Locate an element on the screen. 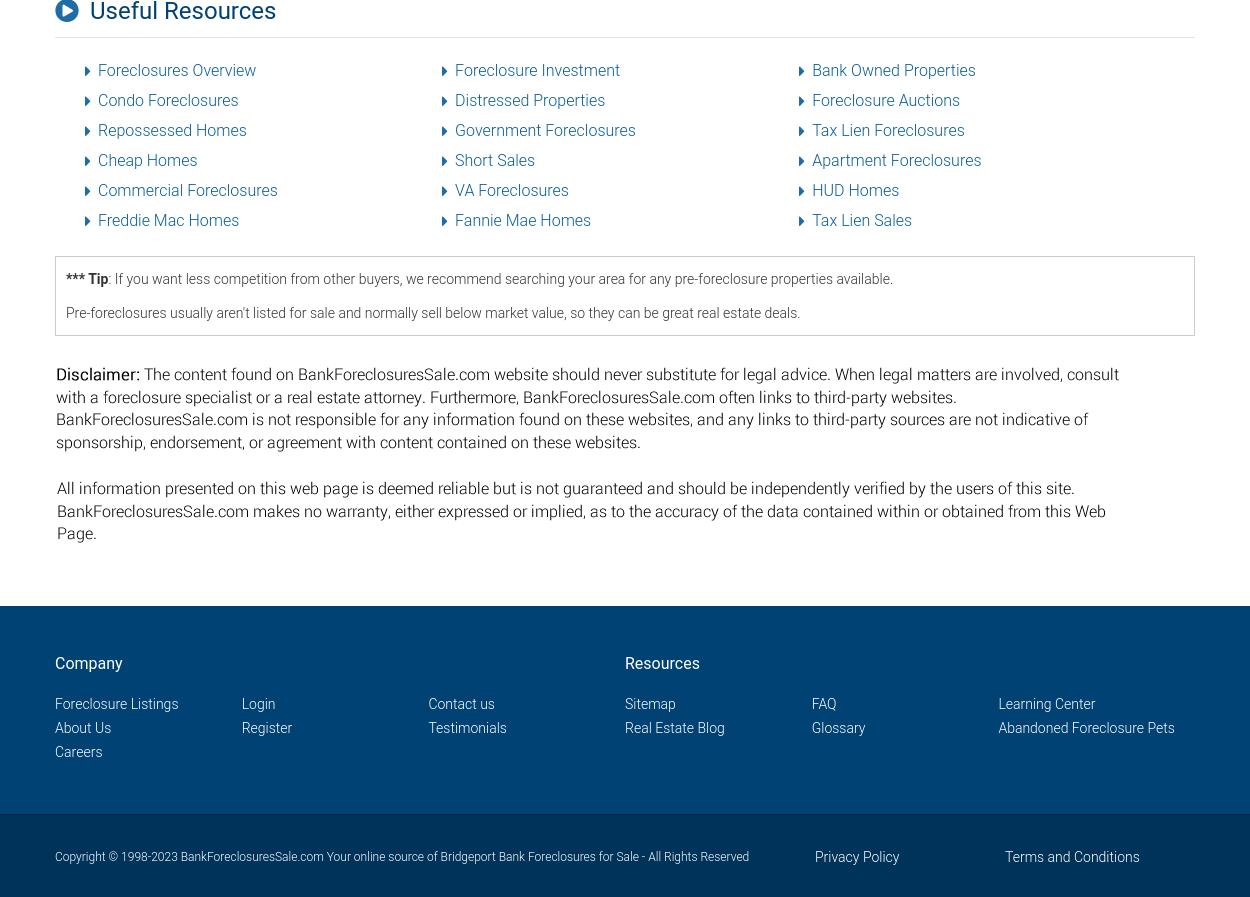 The image size is (1250, 897). 'Repossessed Homes' is located at coordinates (172, 129).